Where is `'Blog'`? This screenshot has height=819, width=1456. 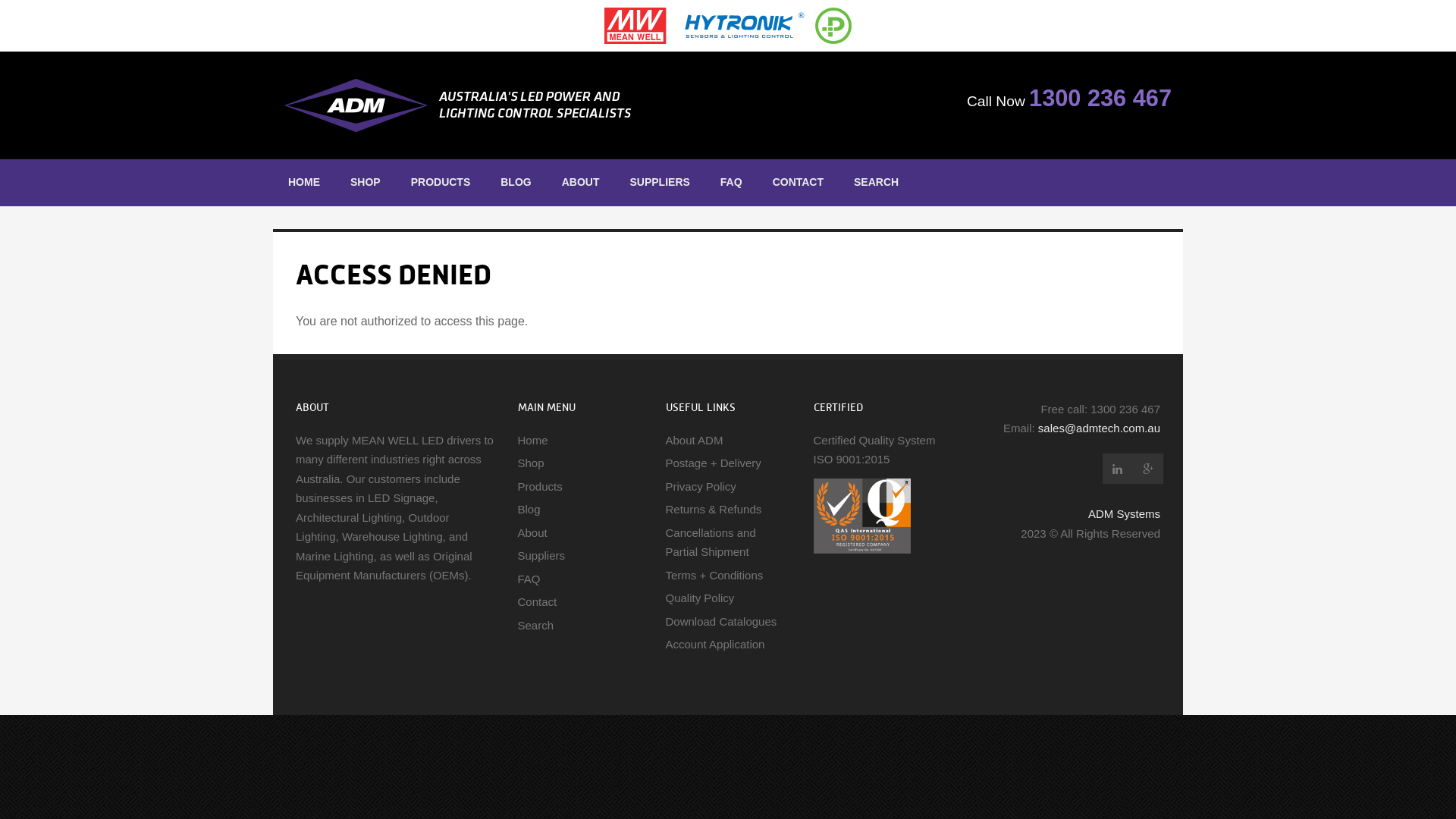
'Blog' is located at coordinates (516, 509).